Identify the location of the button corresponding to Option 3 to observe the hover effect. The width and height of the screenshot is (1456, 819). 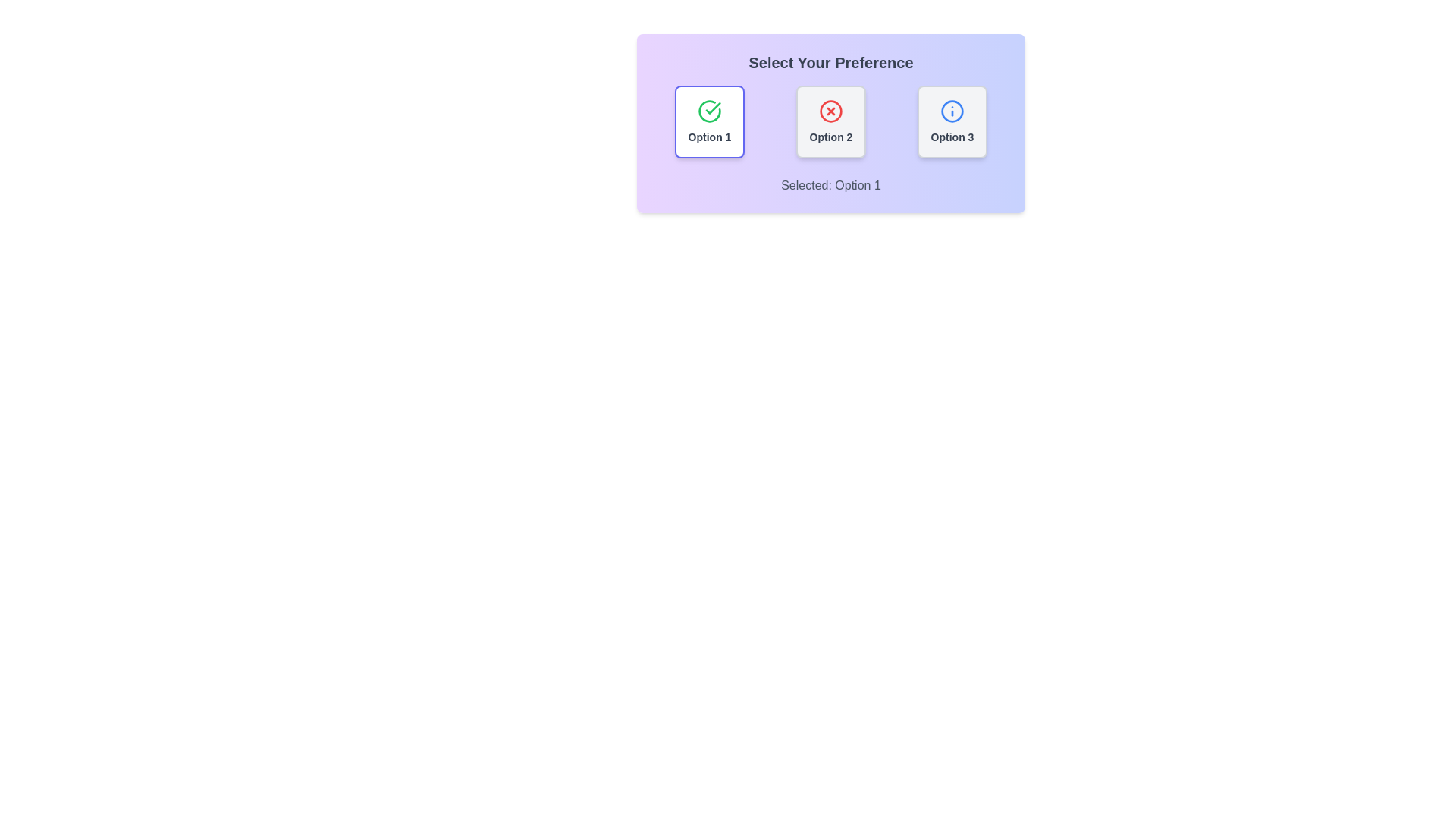
(952, 121).